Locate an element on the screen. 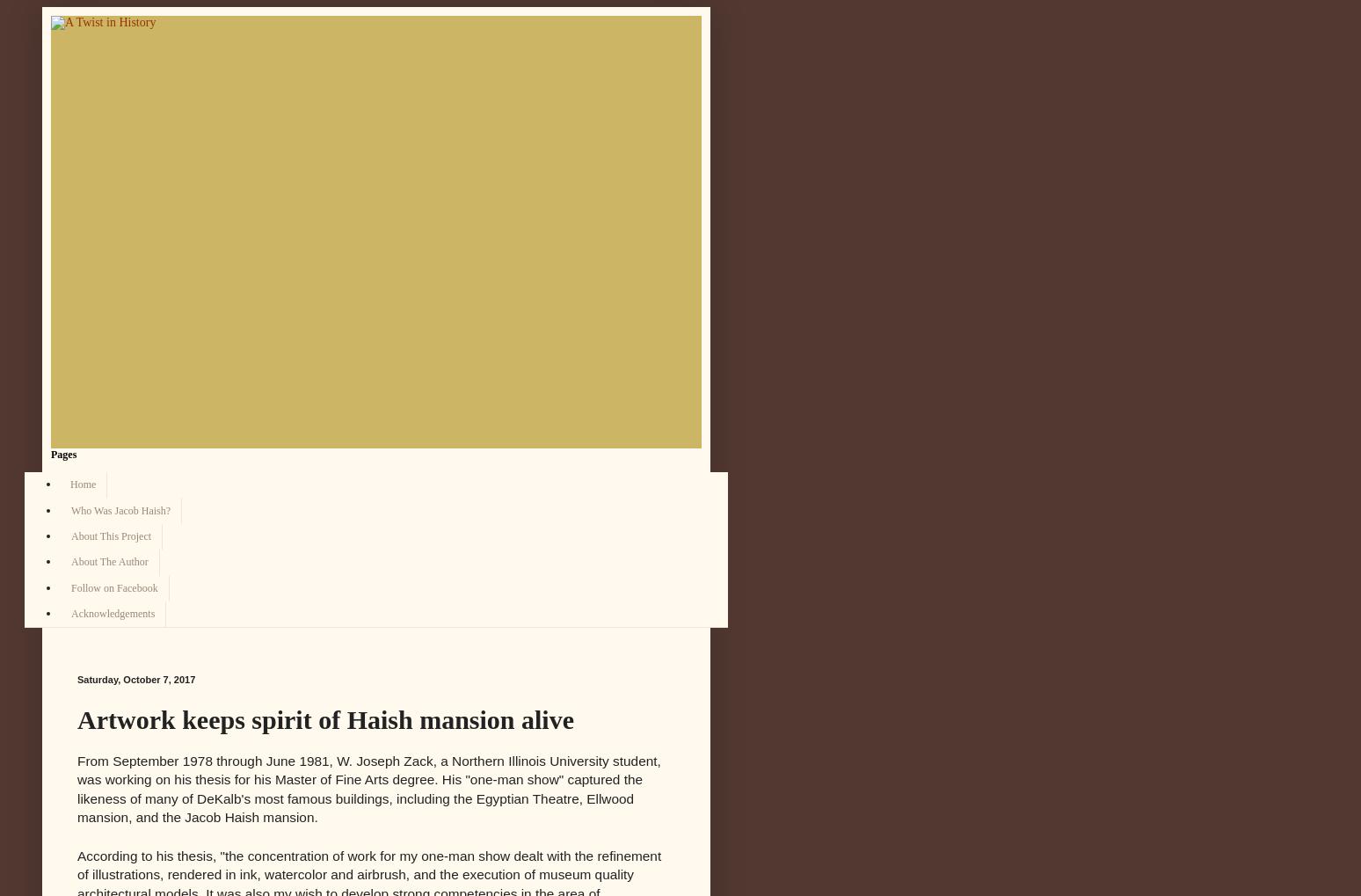 The height and width of the screenshot is (896, 1361). 'Acknowledgements' is located at coordinates (113, 614).